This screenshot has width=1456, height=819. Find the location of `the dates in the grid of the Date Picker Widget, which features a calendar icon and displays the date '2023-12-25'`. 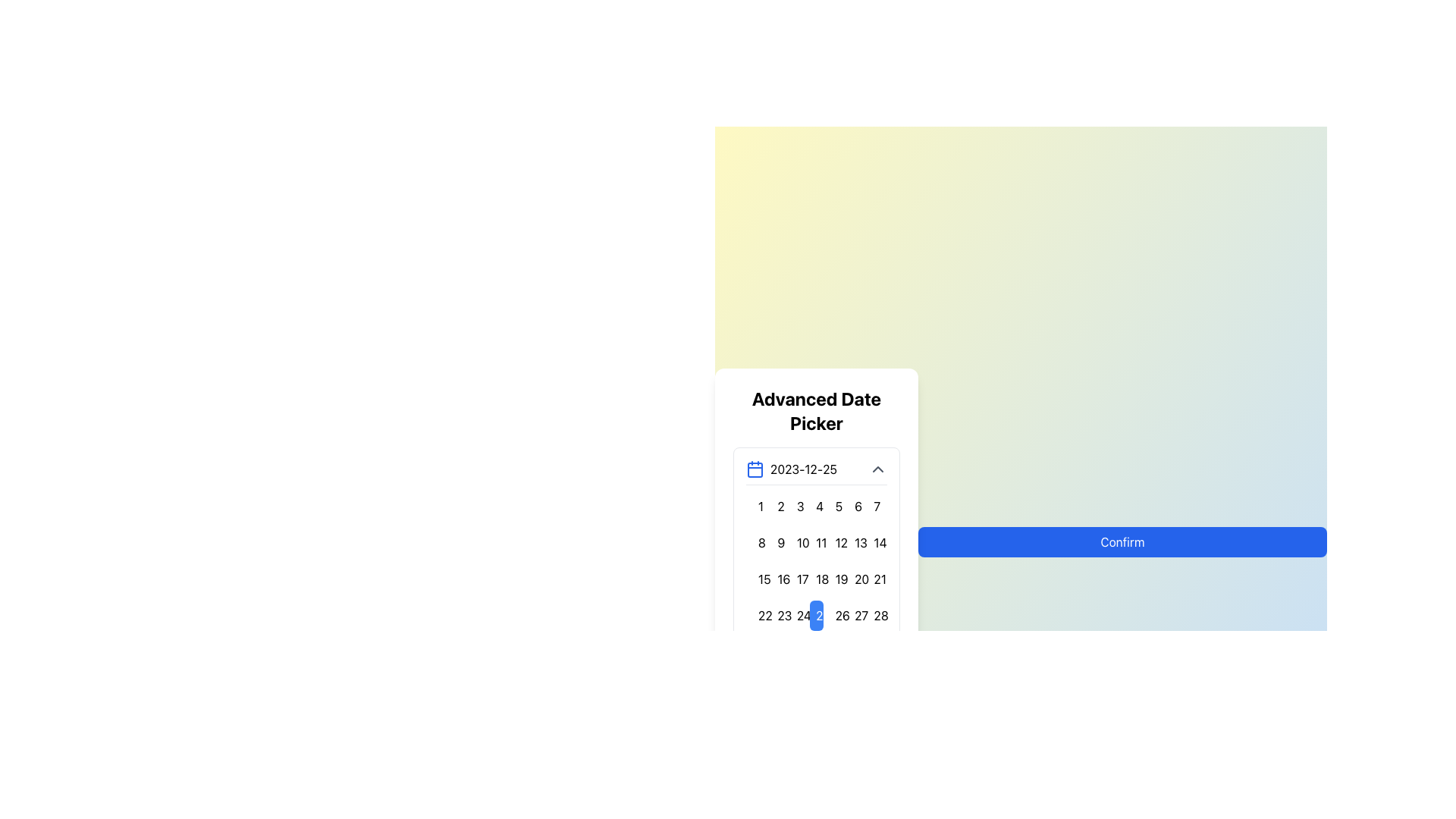

the dates in the grid of the Date Picker Widget, which features a calendar icon and displays the date '2023-12-25' is located at coordinates (815, 566).